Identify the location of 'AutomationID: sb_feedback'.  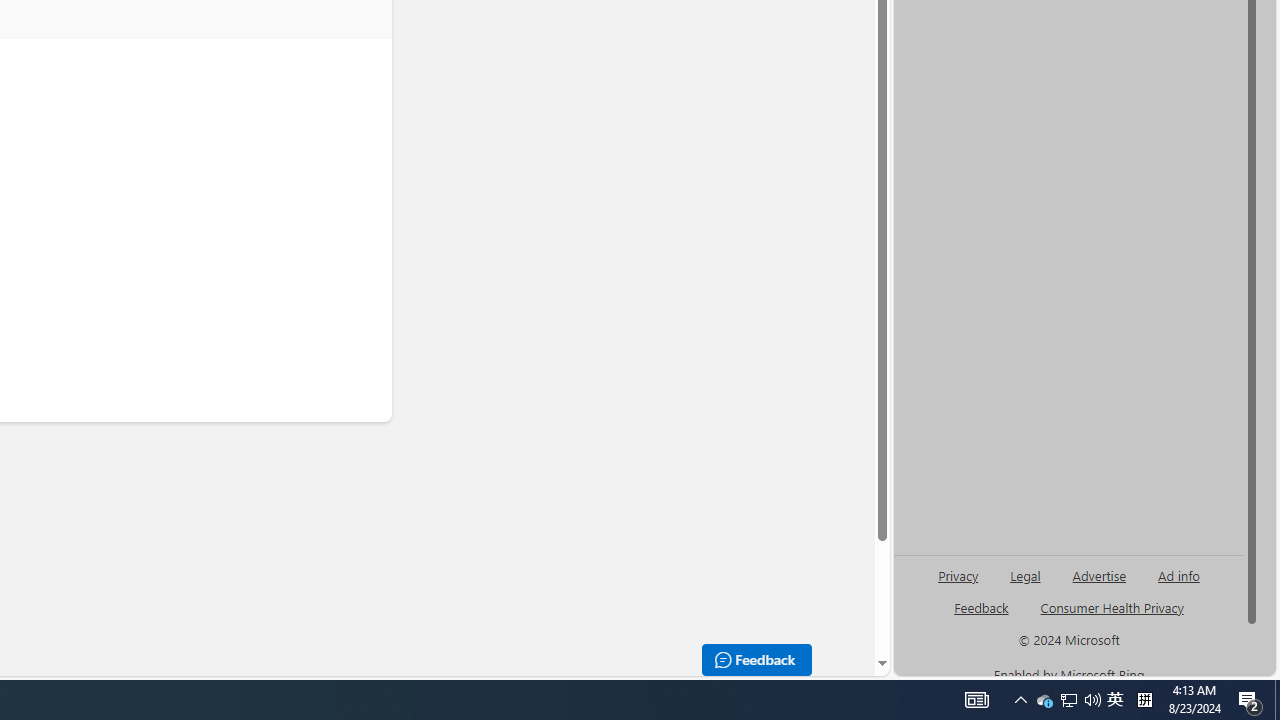
(981, 606).